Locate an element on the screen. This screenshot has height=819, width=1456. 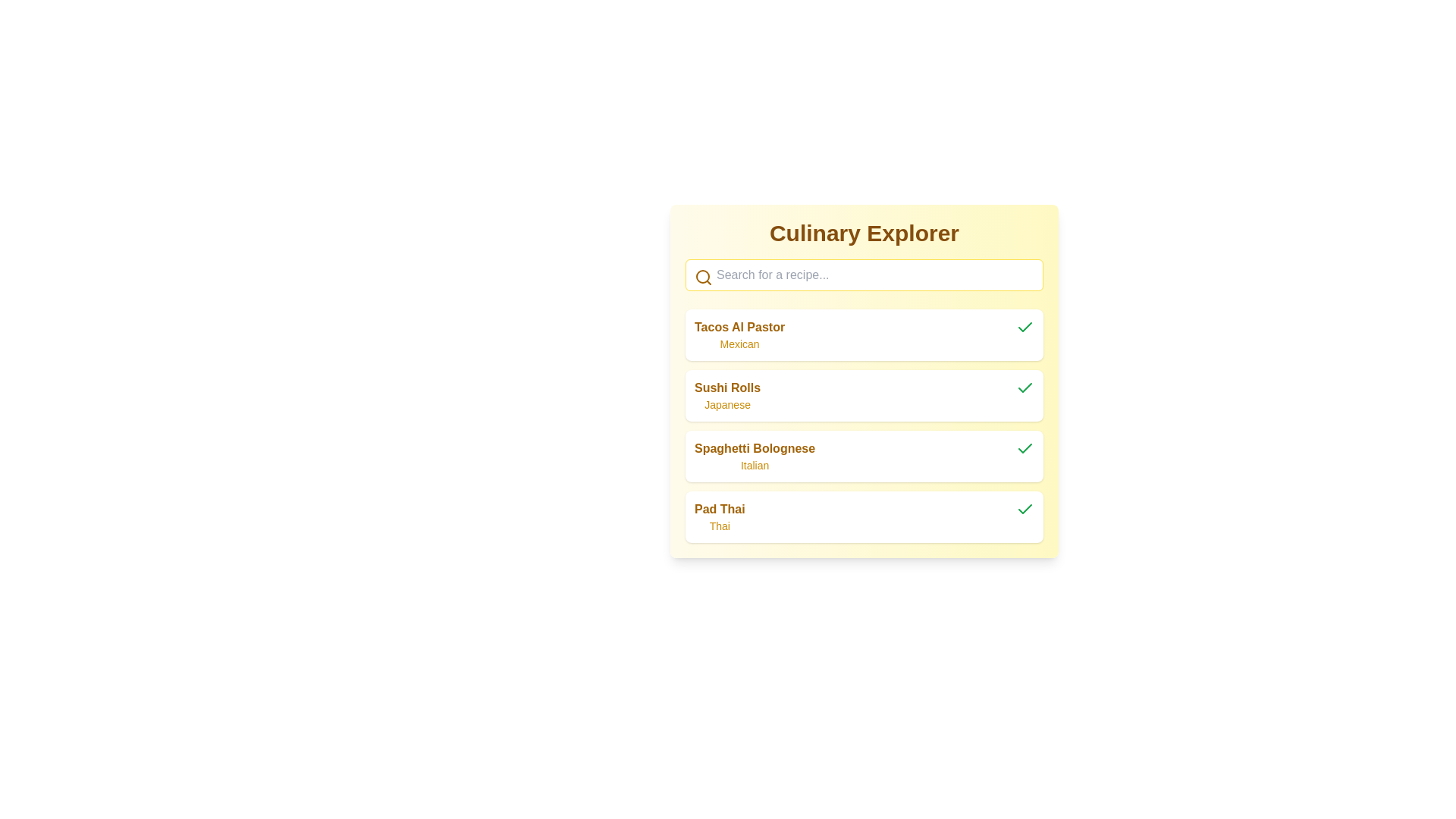
the recipe text 'Spaghetti Bolognese' which is the third item in a vertically arranged list displayed in a white rectangular card with rounded corners is located at coordinates (755, 455).